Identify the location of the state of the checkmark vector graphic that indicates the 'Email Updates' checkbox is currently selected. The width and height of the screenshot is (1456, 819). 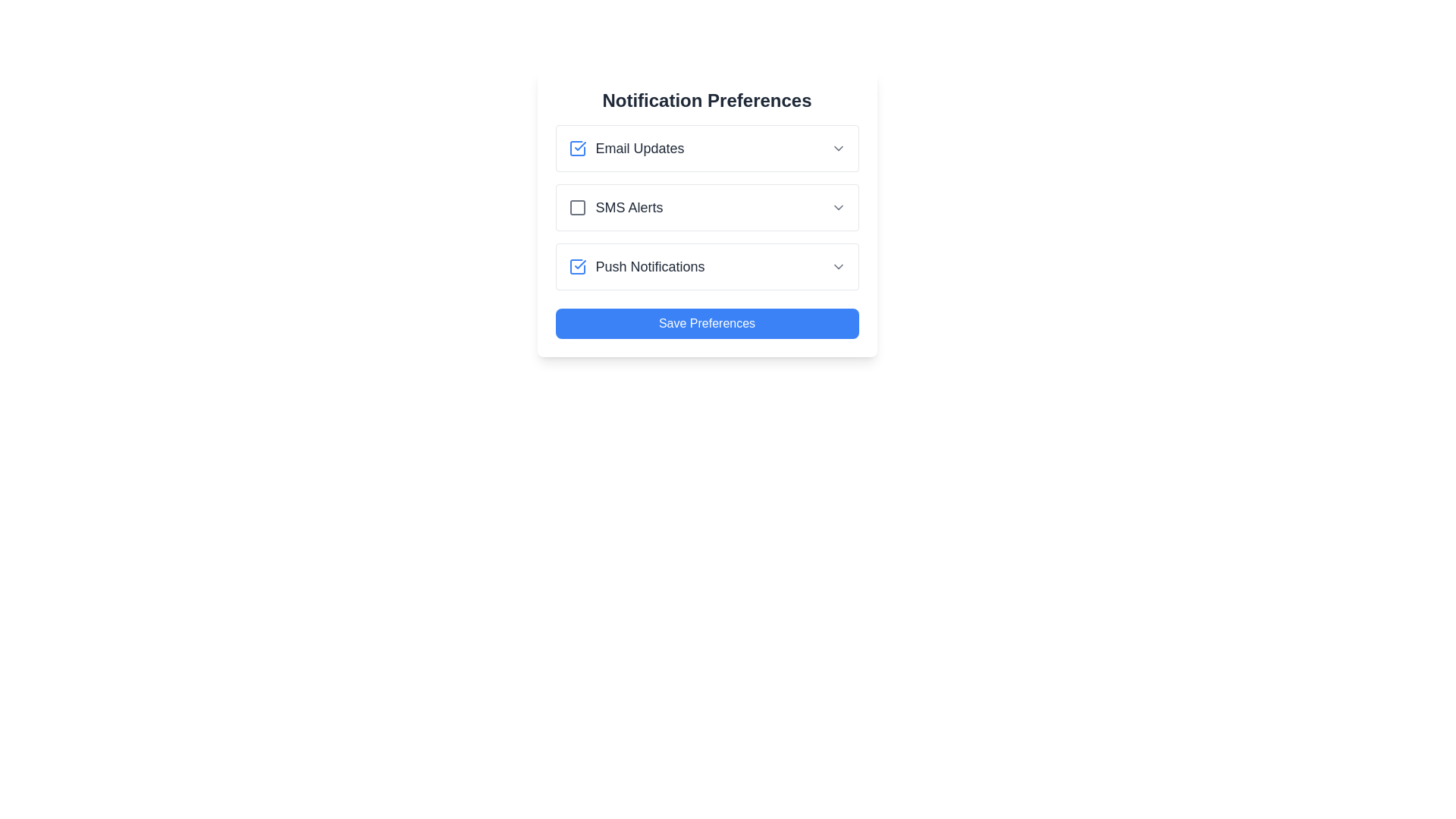
(579, 263).